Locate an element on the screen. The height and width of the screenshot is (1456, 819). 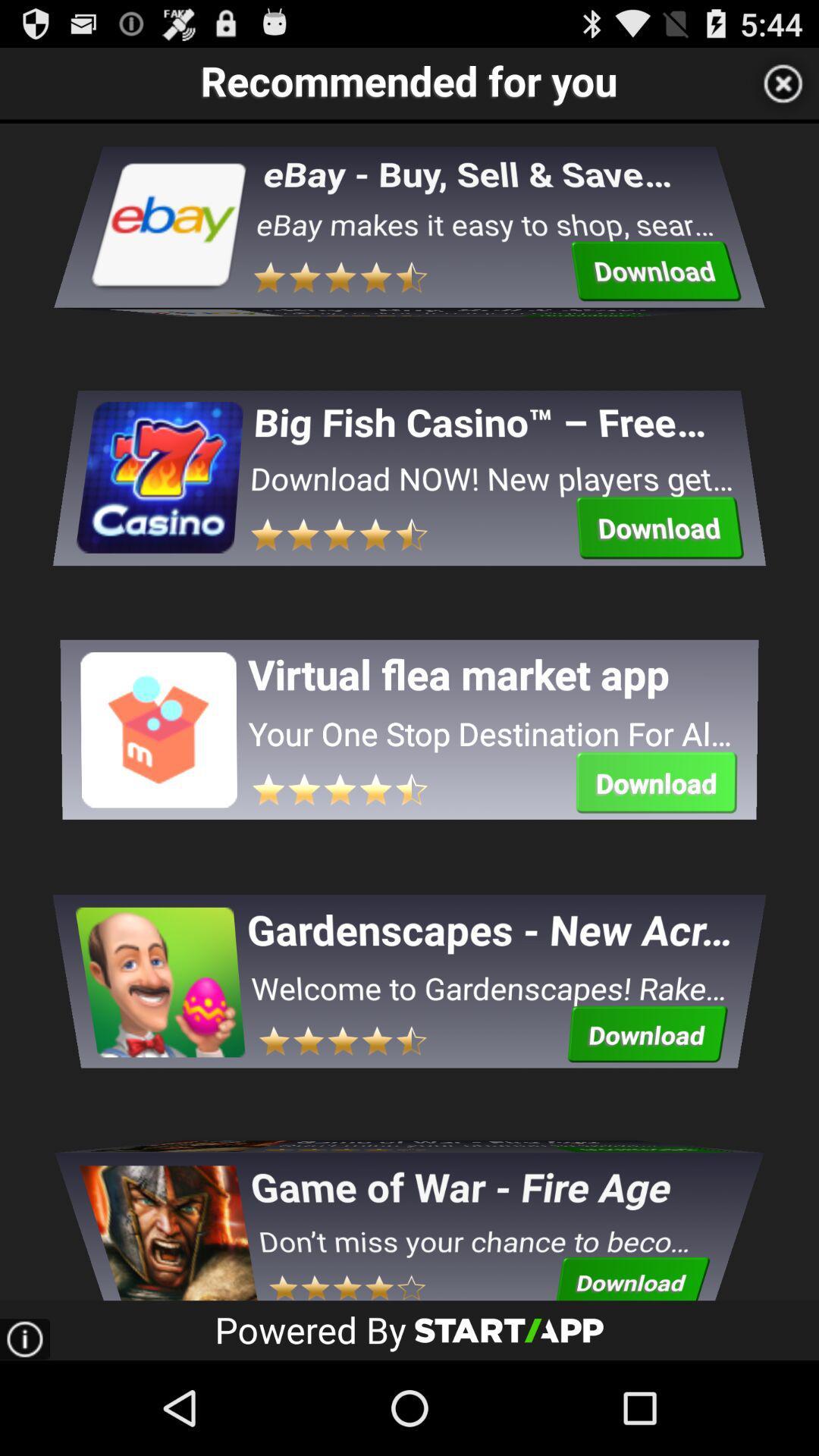
the close icon is located at coordinates (783, 89).